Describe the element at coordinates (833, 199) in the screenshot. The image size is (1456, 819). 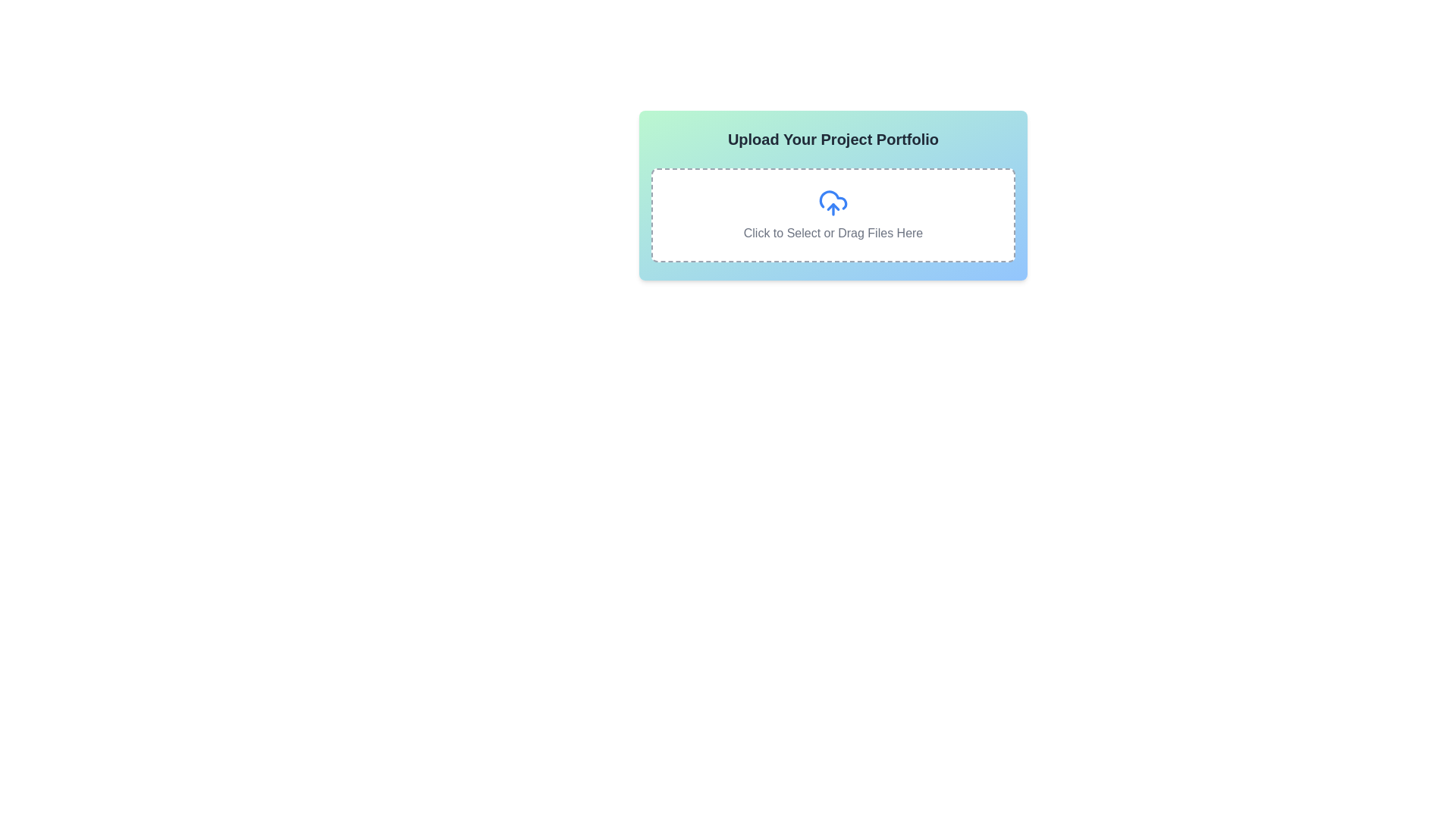
I see `the central vector graphic representing the file upload instruction within the cloud upload symbol` at that location.